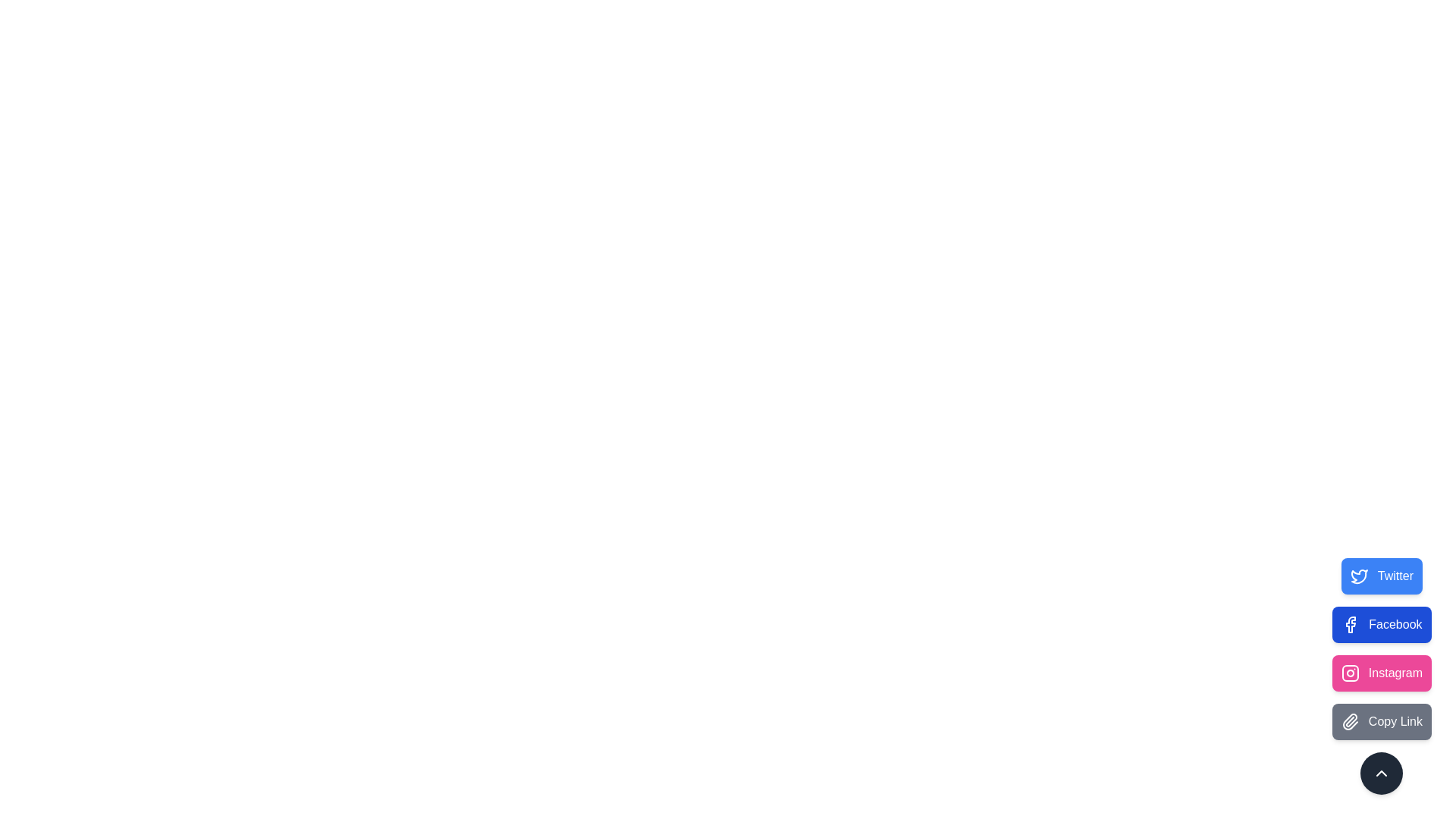 The height and width of the screenshot is (819, 1456). I want to click on the Instagram button to observe visual feedback, so click(1382, 672).